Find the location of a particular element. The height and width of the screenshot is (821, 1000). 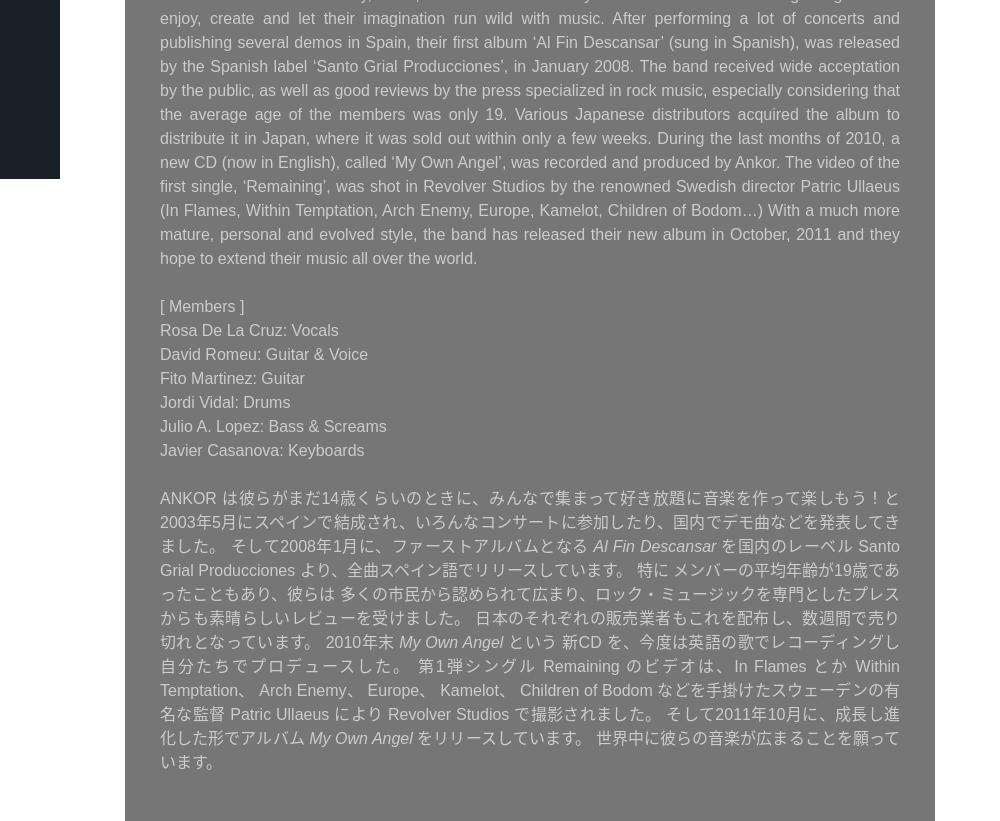

'Julio A. Lopez: Bass & Screams' is located at coordinates (160, 426).